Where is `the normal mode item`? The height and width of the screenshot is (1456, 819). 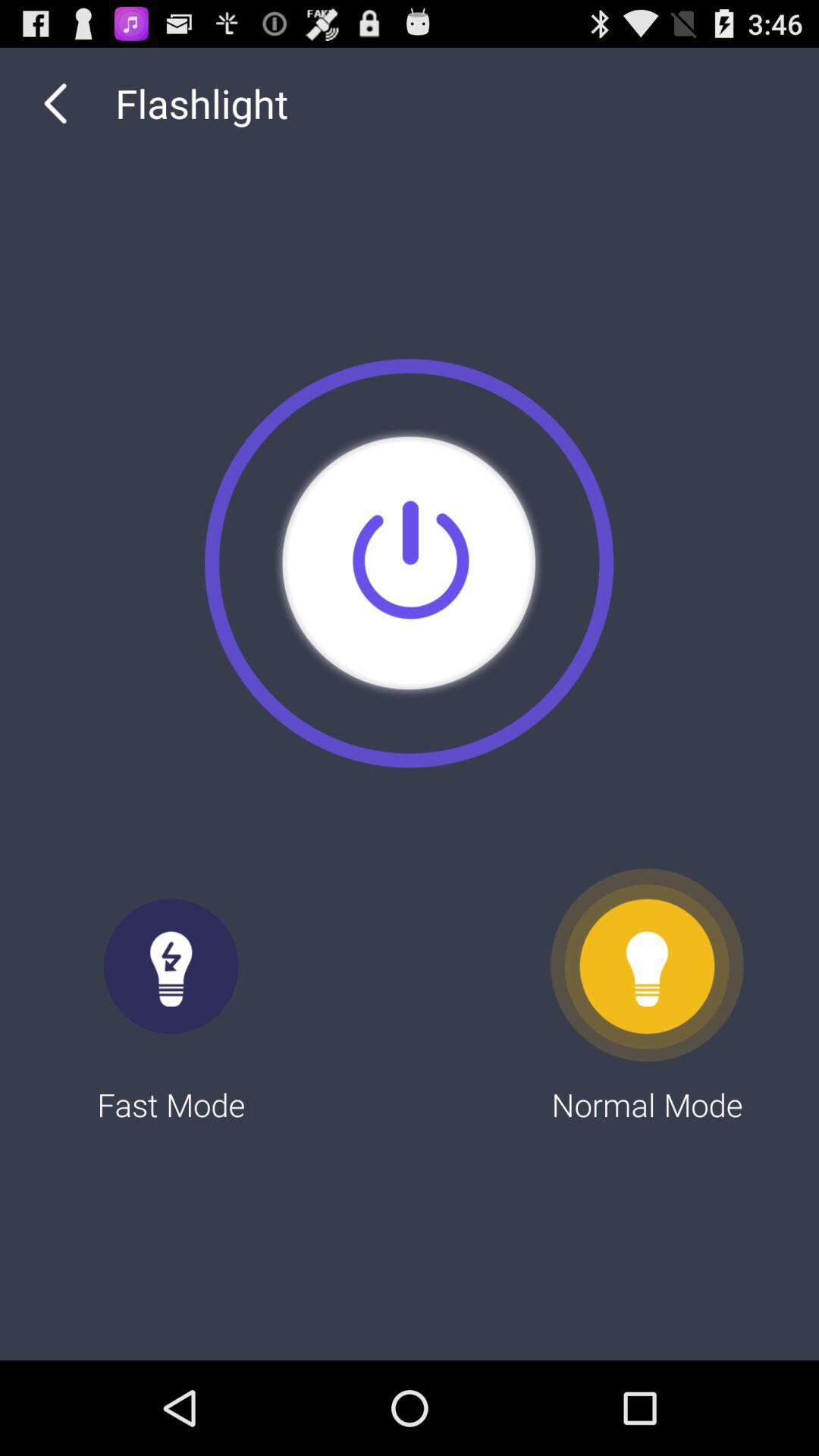 the normal mode item is located at coordinates (647, 996).